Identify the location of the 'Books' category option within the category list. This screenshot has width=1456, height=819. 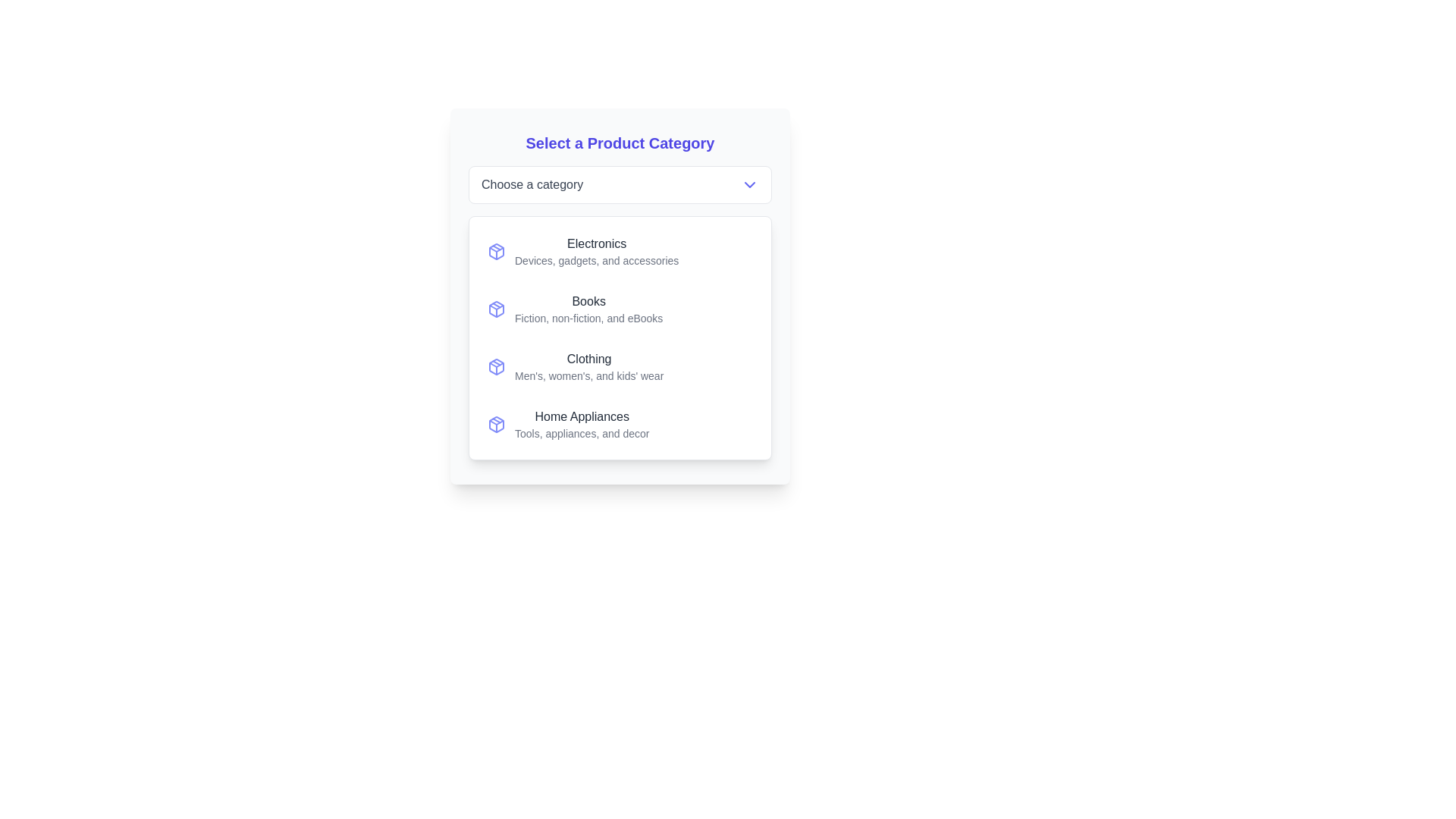
(620, 309).